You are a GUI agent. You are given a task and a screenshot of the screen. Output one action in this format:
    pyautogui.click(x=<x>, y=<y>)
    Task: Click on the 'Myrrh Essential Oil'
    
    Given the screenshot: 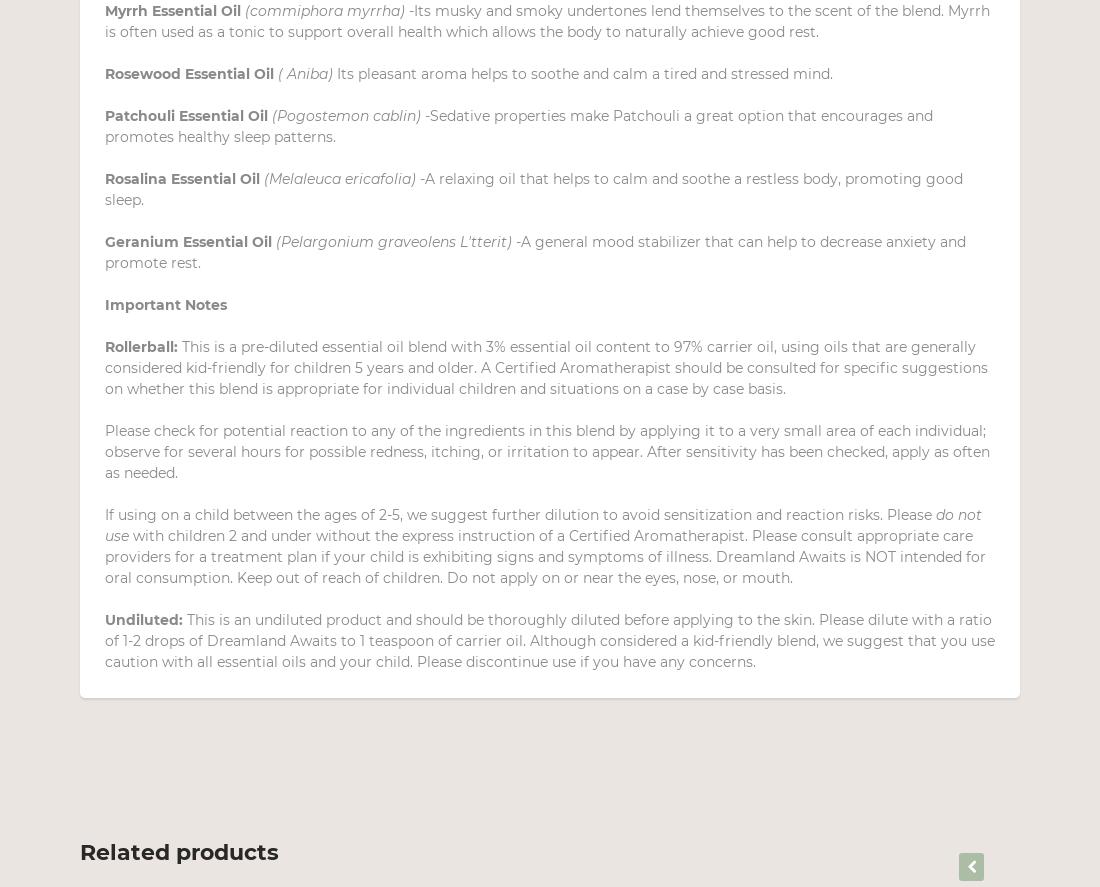 What is the action you would take?
    pyautogui.click(x=174, y=10)
    